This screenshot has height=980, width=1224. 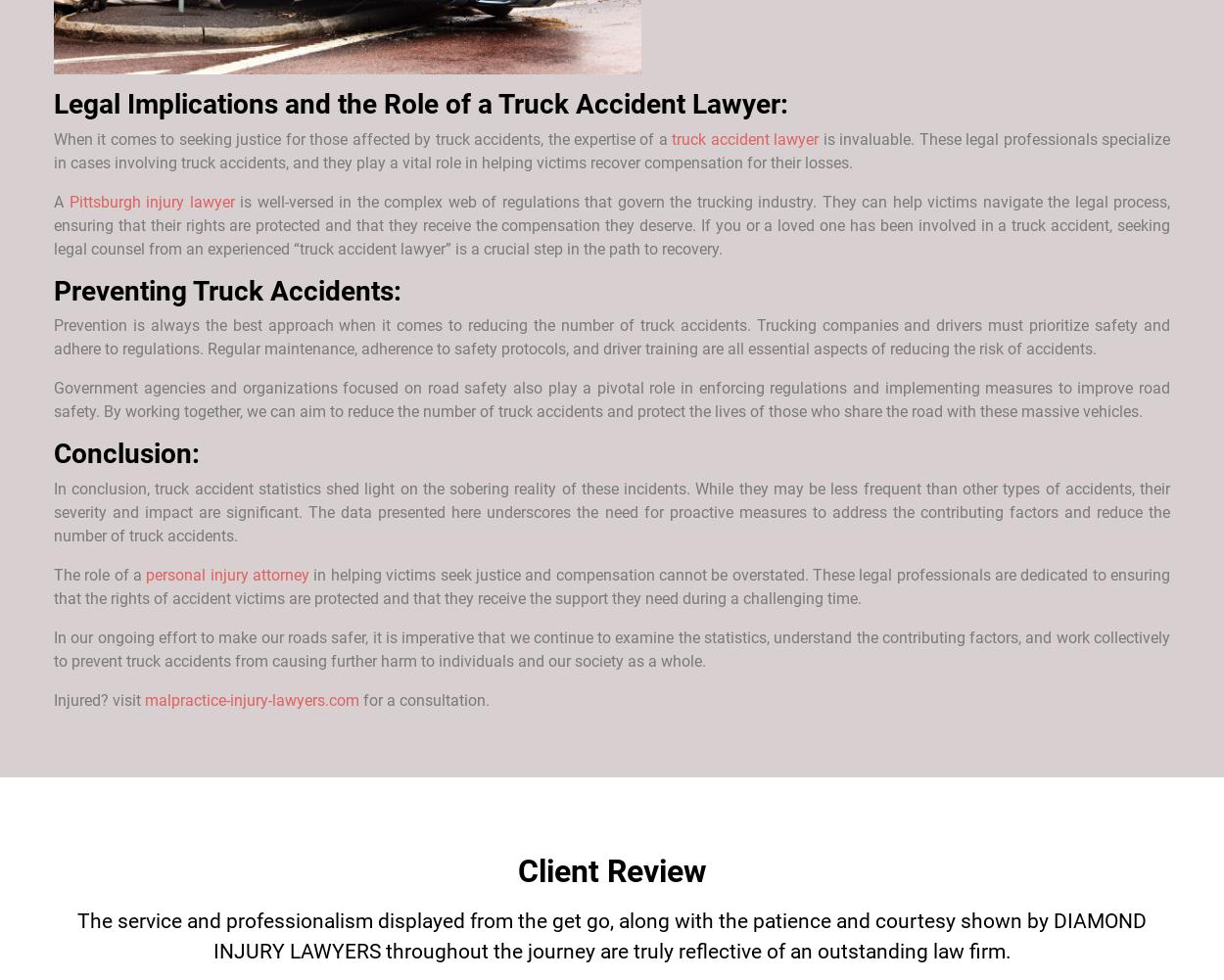 I want to click on 'Injured? visit', so click(x=98, y=700).